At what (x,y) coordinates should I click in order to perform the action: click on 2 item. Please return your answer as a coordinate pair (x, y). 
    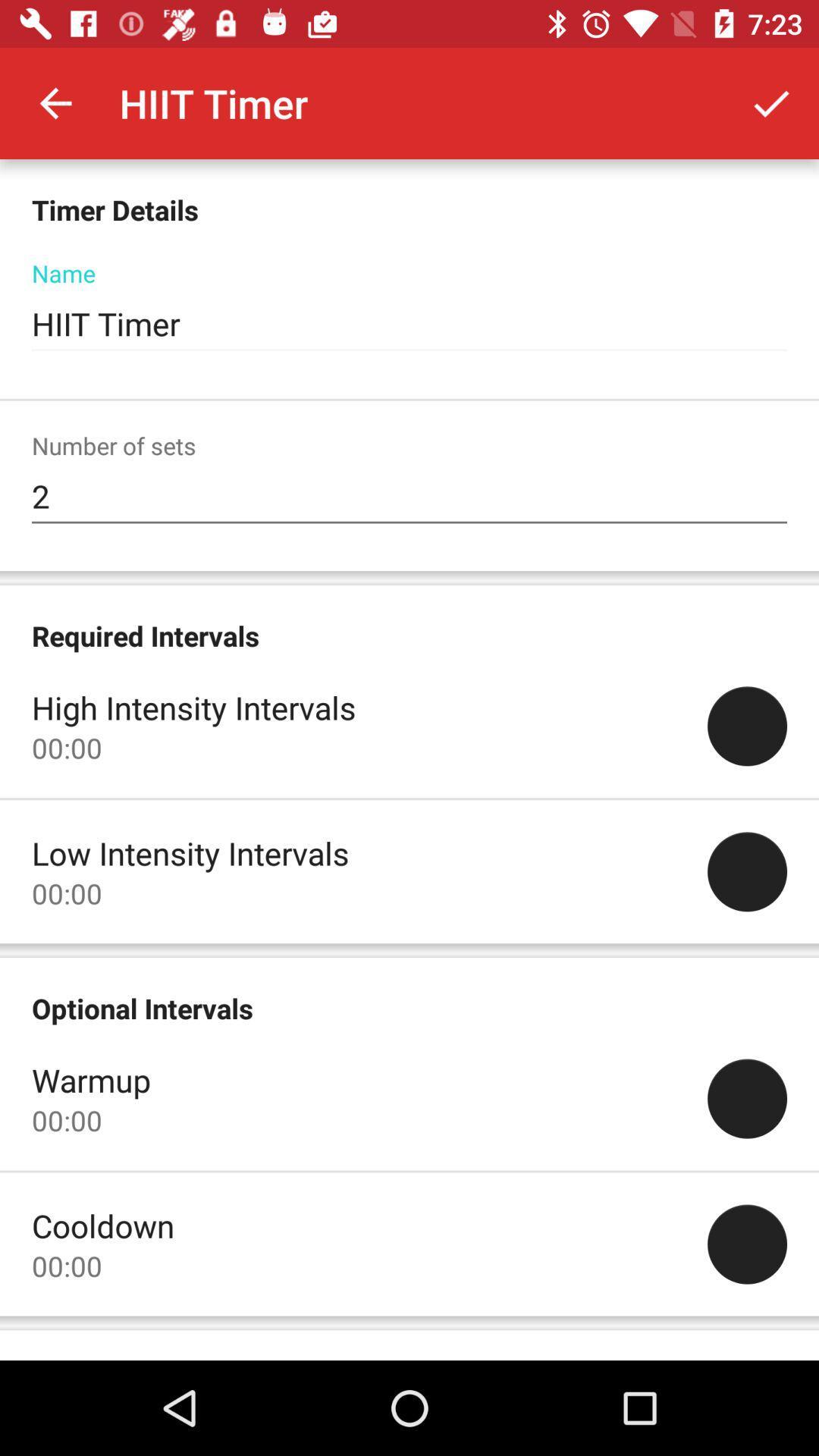
    Looking at the image, I should click on (409, 497).